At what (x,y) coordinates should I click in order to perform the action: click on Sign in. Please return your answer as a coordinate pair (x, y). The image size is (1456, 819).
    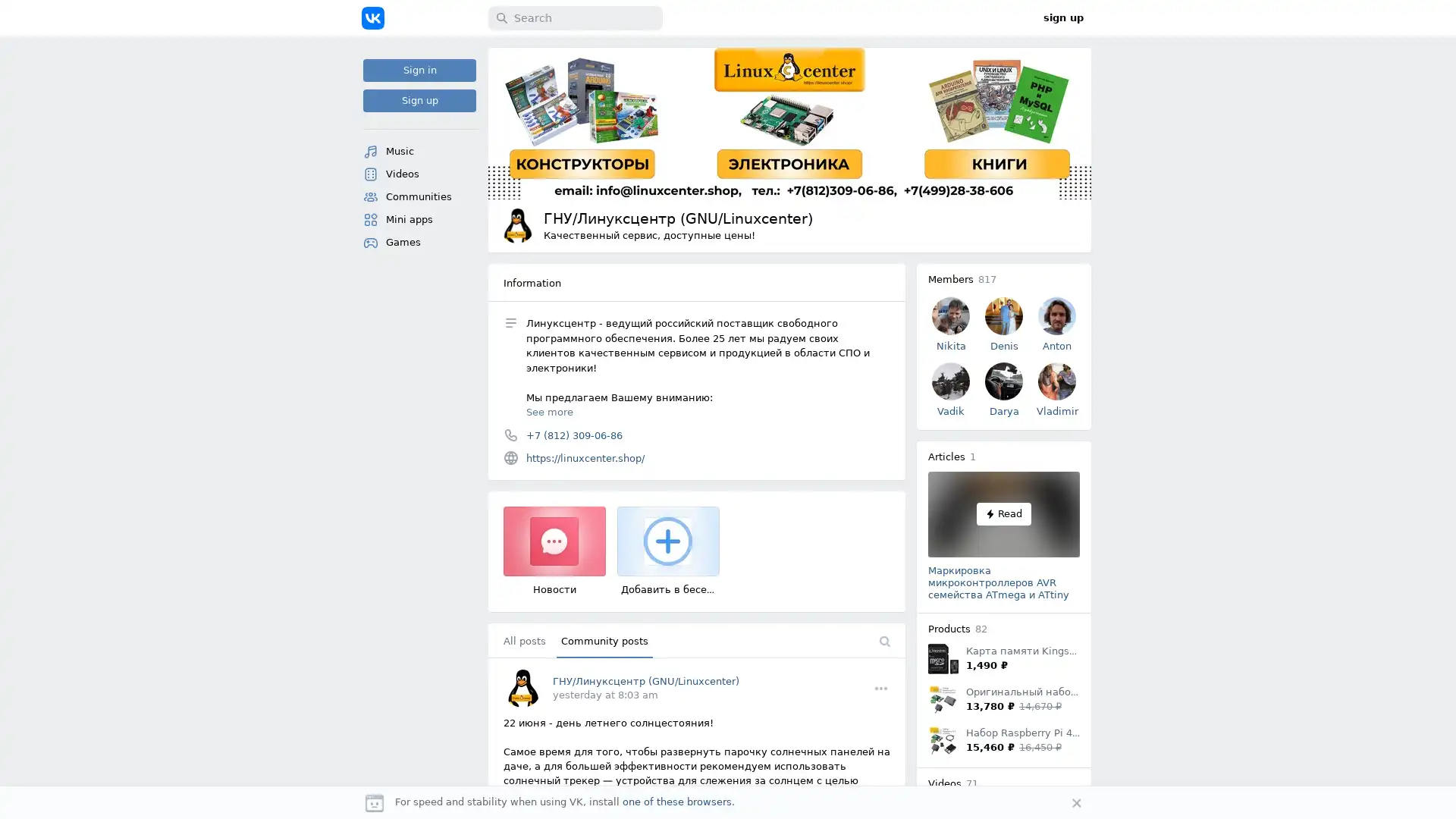
    Looking at the image, I should click on (419, 70).